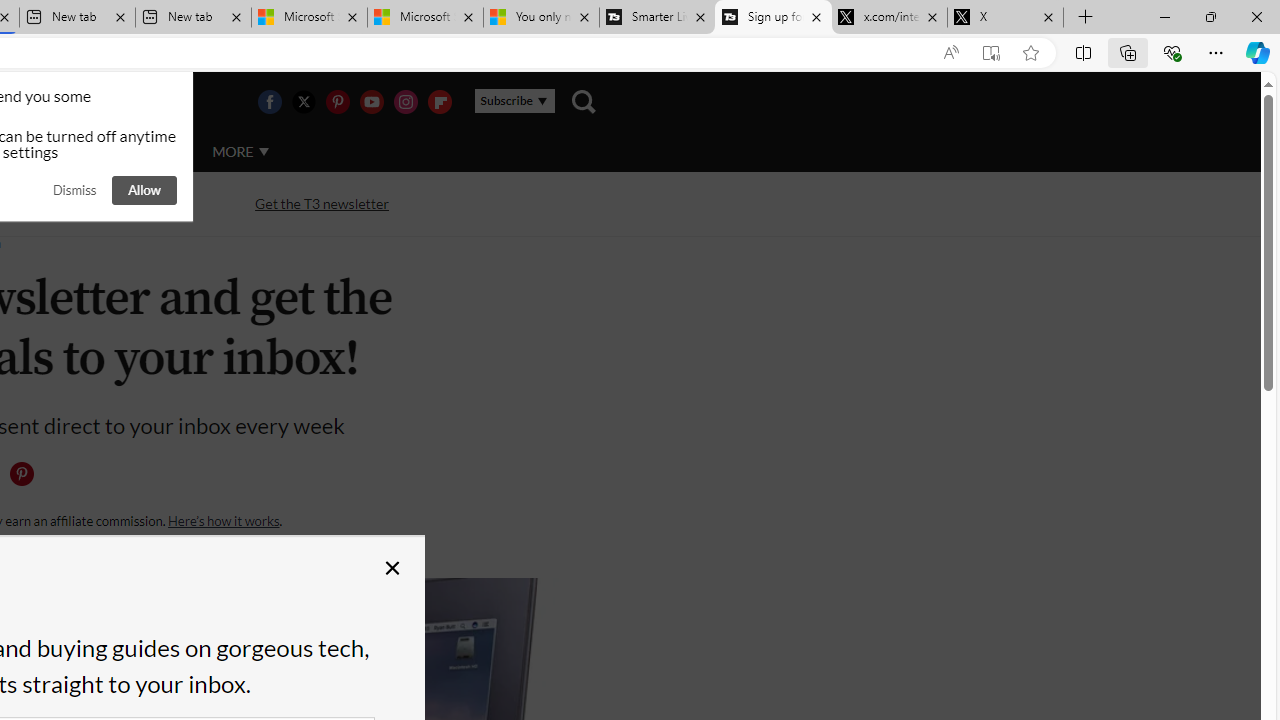 The width and height of the screenshot is (1280, 720). What do you see at coordinates (438, 101) in the screenshot?
I see `'Visit us on Flipboard'` at bounding box center [438, 101].